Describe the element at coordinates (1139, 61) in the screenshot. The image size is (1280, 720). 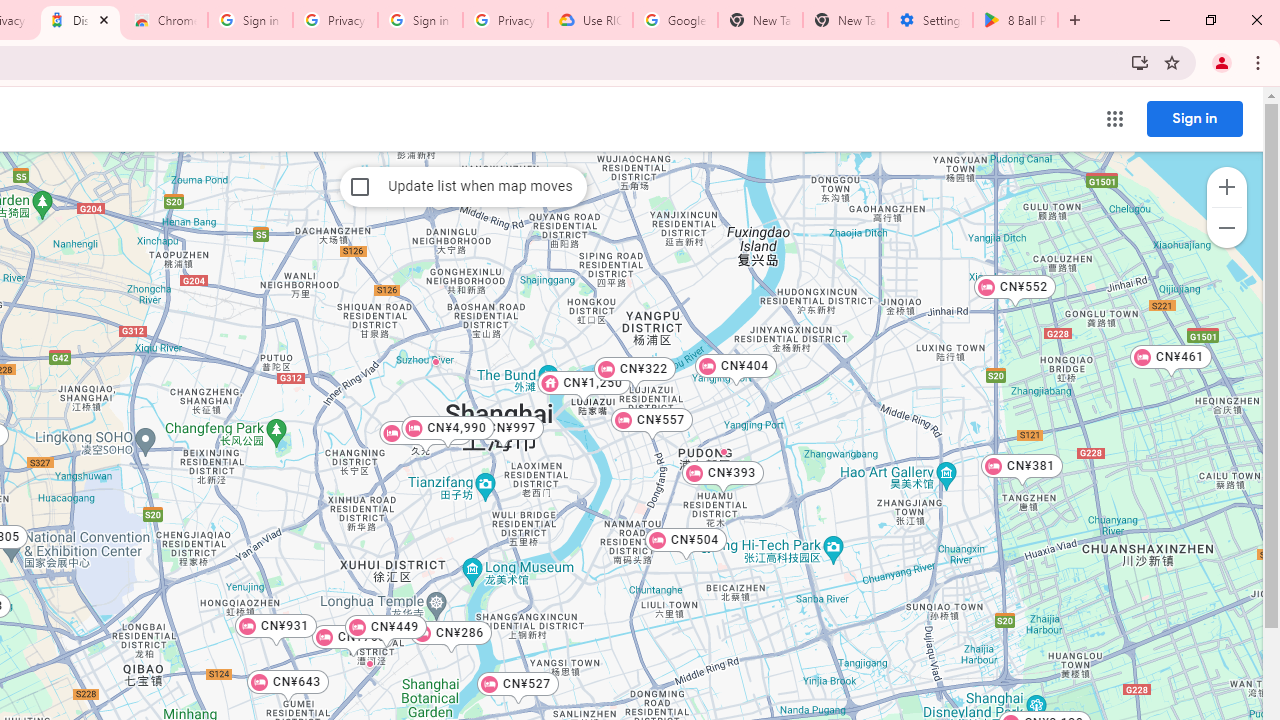
I see `'Install Trips all in one place'` at that location.